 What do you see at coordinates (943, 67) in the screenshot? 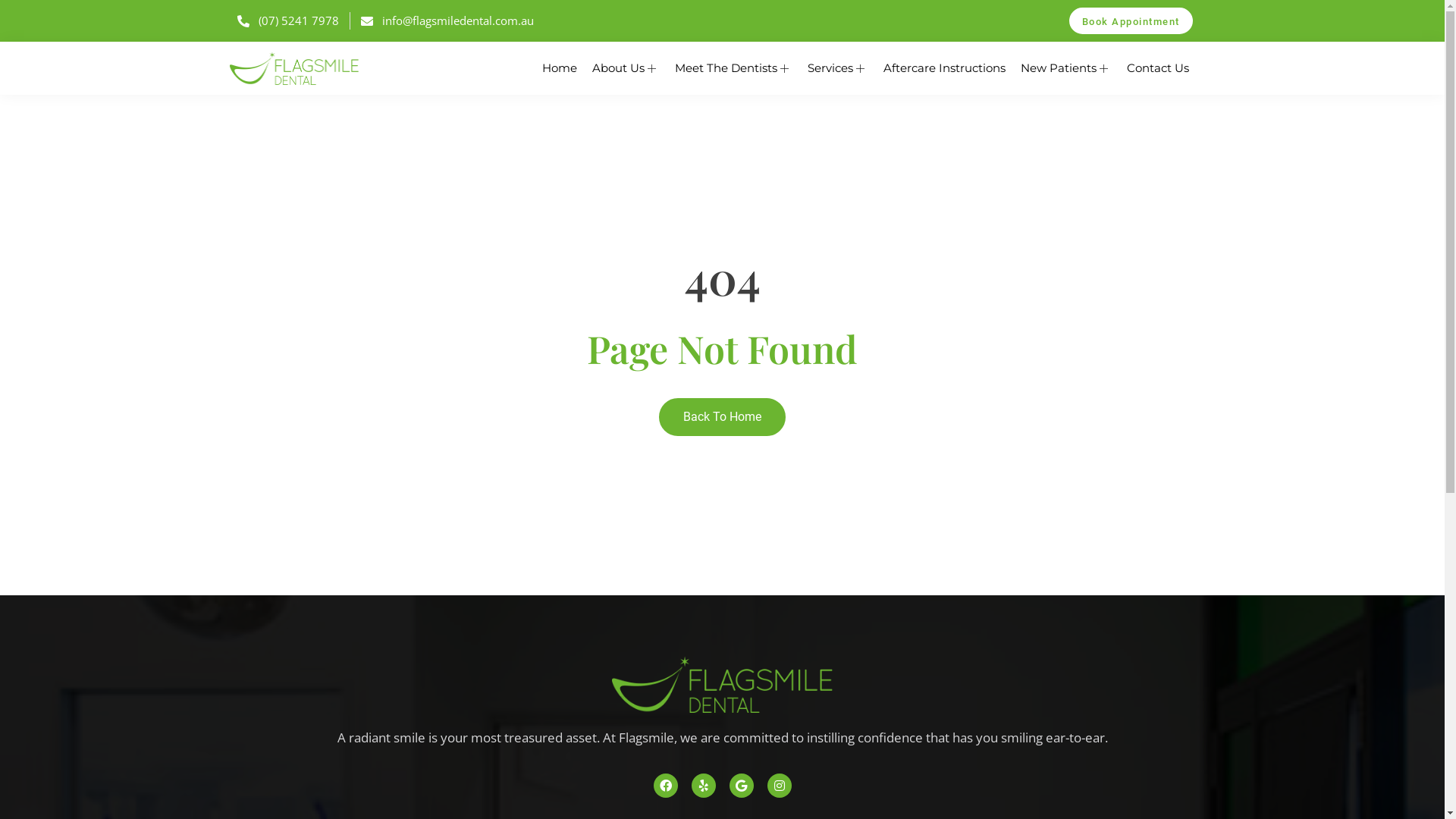
I see `'Aftercare Instructions'` at bounding box center [943, 67].